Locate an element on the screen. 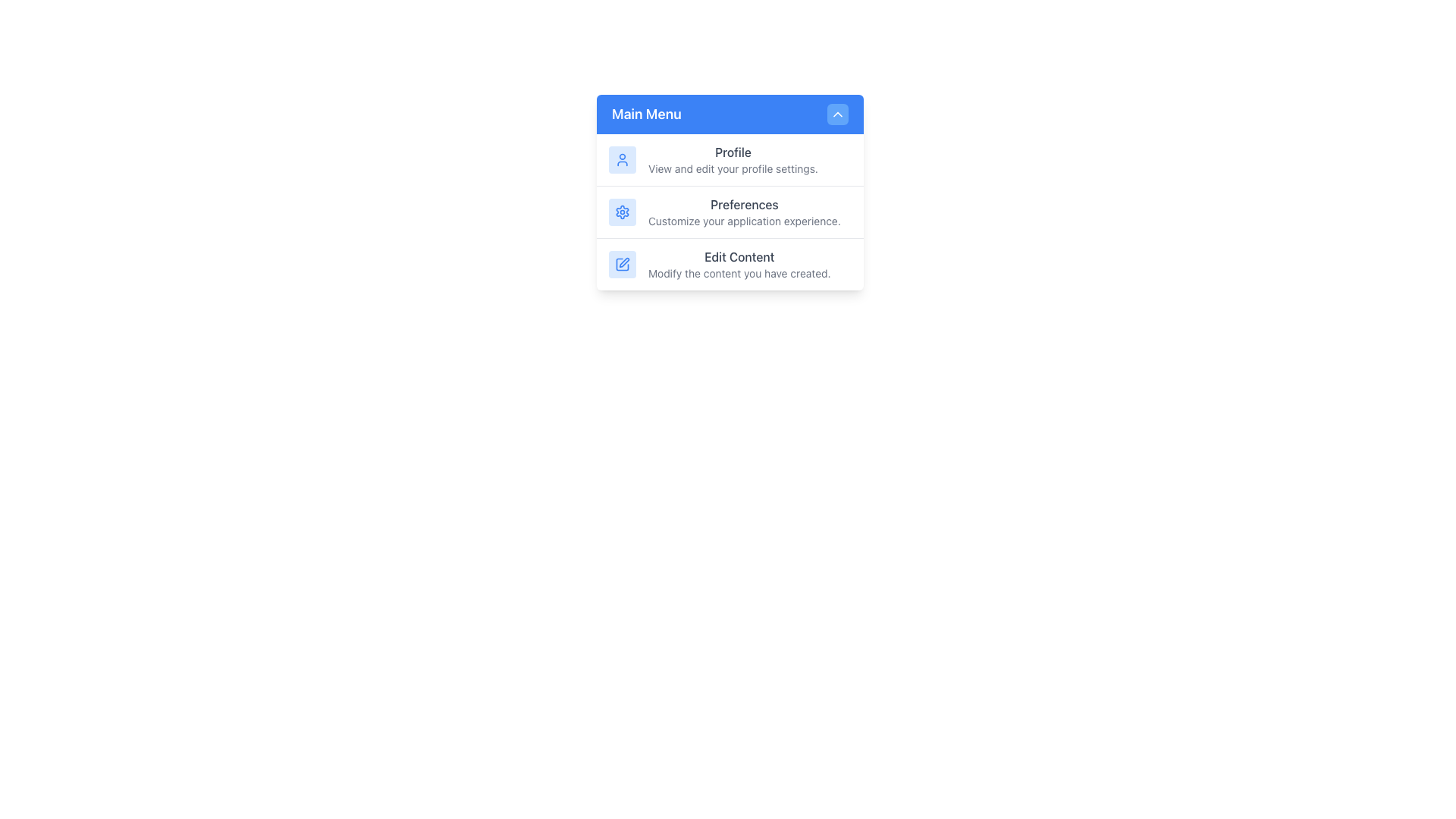 The image size is (1456, 819). textual information from the 'Edit Content' informational element located in the dropdown menu titled 'Main Menu' is located at coordinates (739, 263).